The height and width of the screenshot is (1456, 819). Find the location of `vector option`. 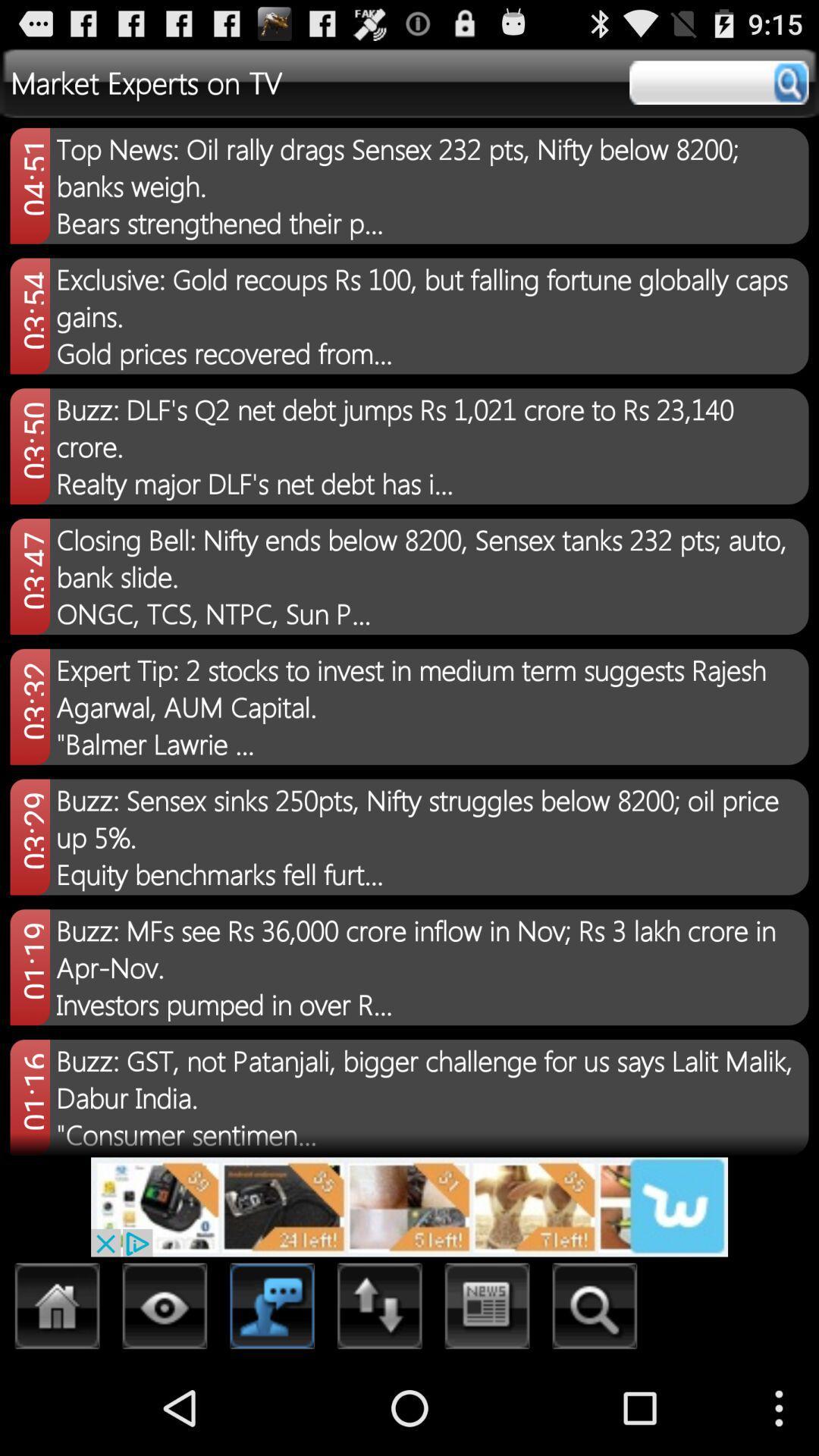

vector option is located at coordinates (165, 1310).